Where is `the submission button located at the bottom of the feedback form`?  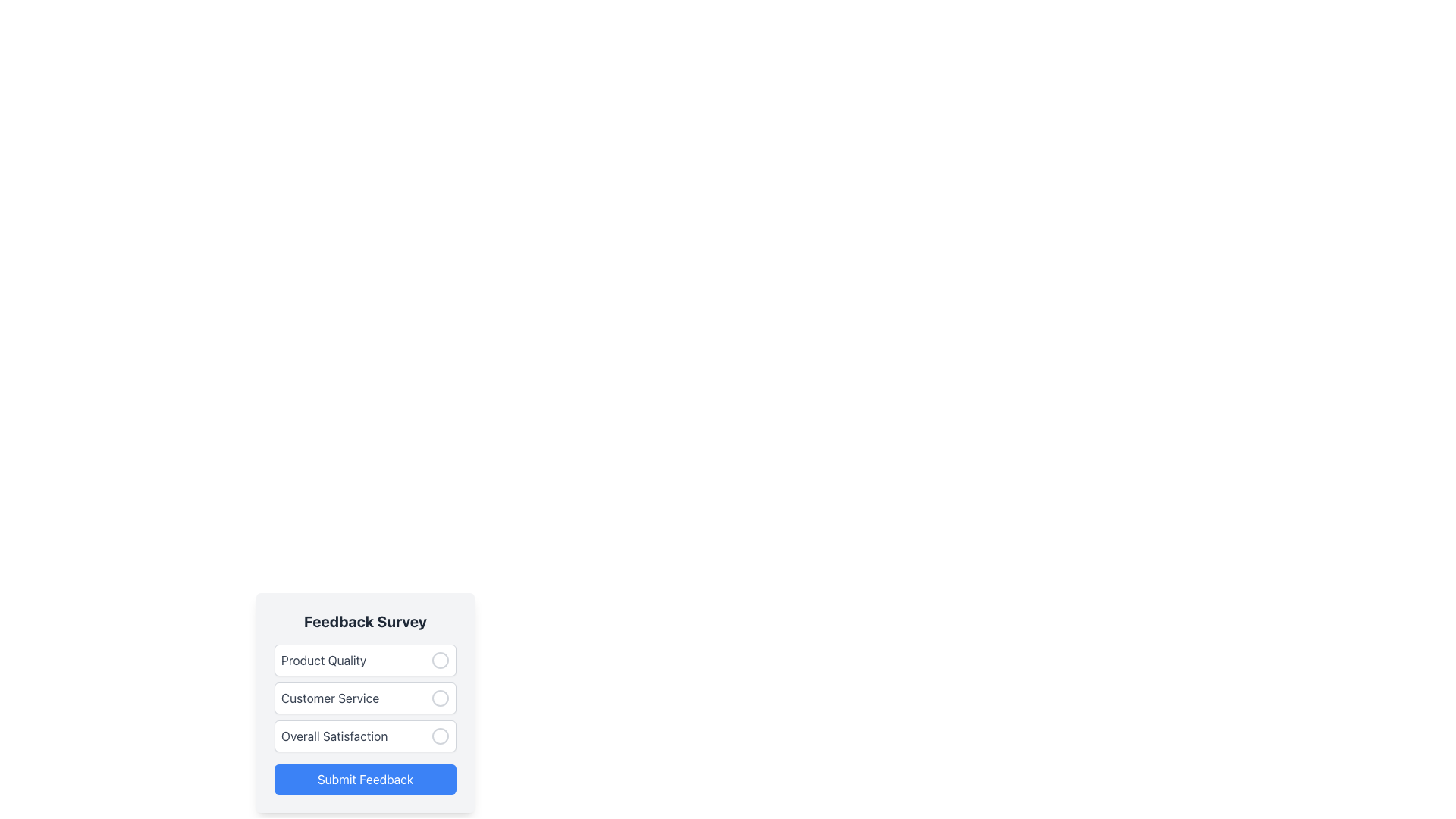
the submission button located at the bottom of the feedback form is located at coordinates (365, 780).